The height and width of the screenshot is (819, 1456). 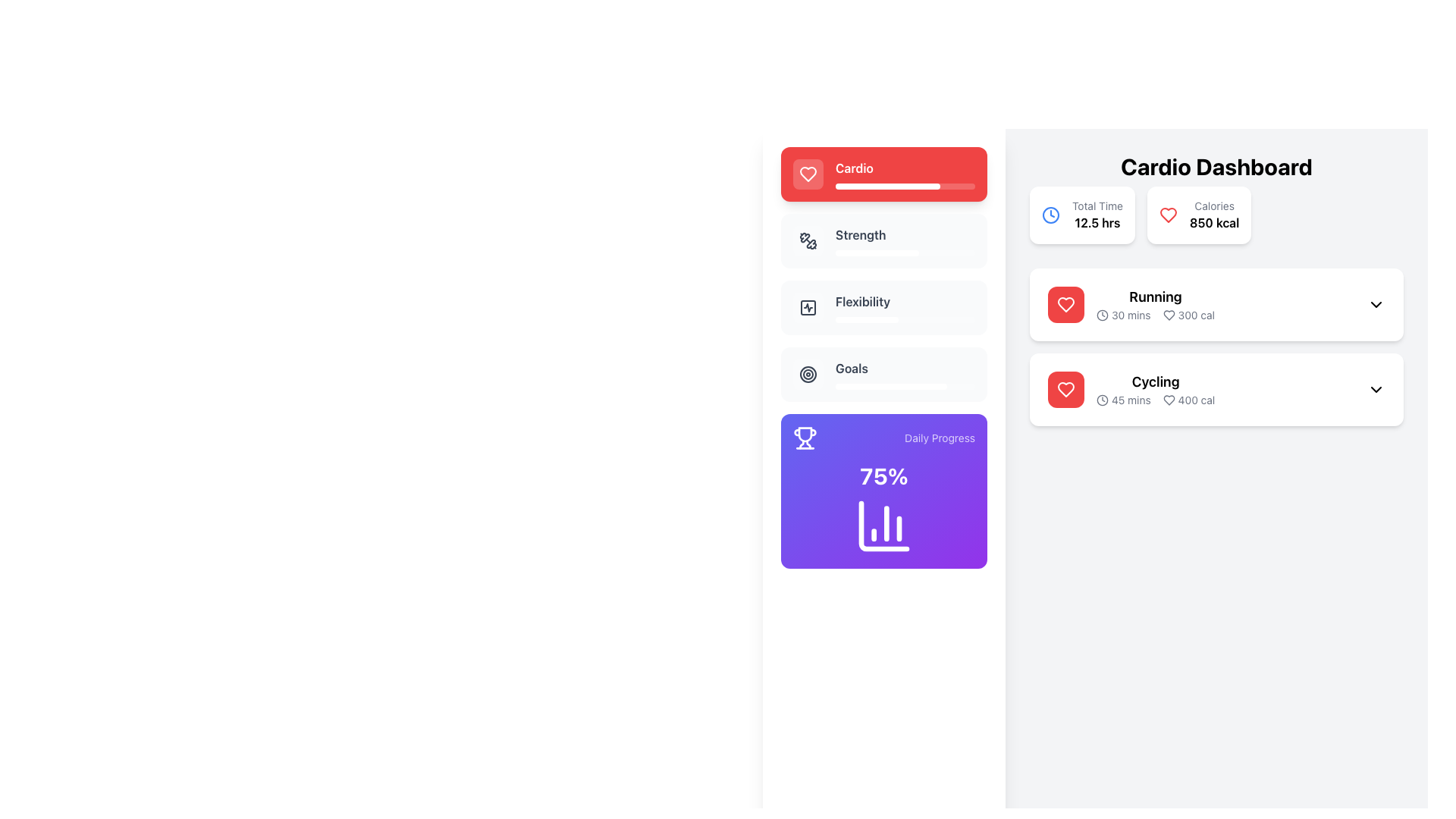 What do you see at coordinates (1123, 315) in the screenshot?
I see `the duration information displayed as '30 mins' with a clock icon in the second card of the 'Cardio Dashboard' section` at bounding box center [1123, 315].